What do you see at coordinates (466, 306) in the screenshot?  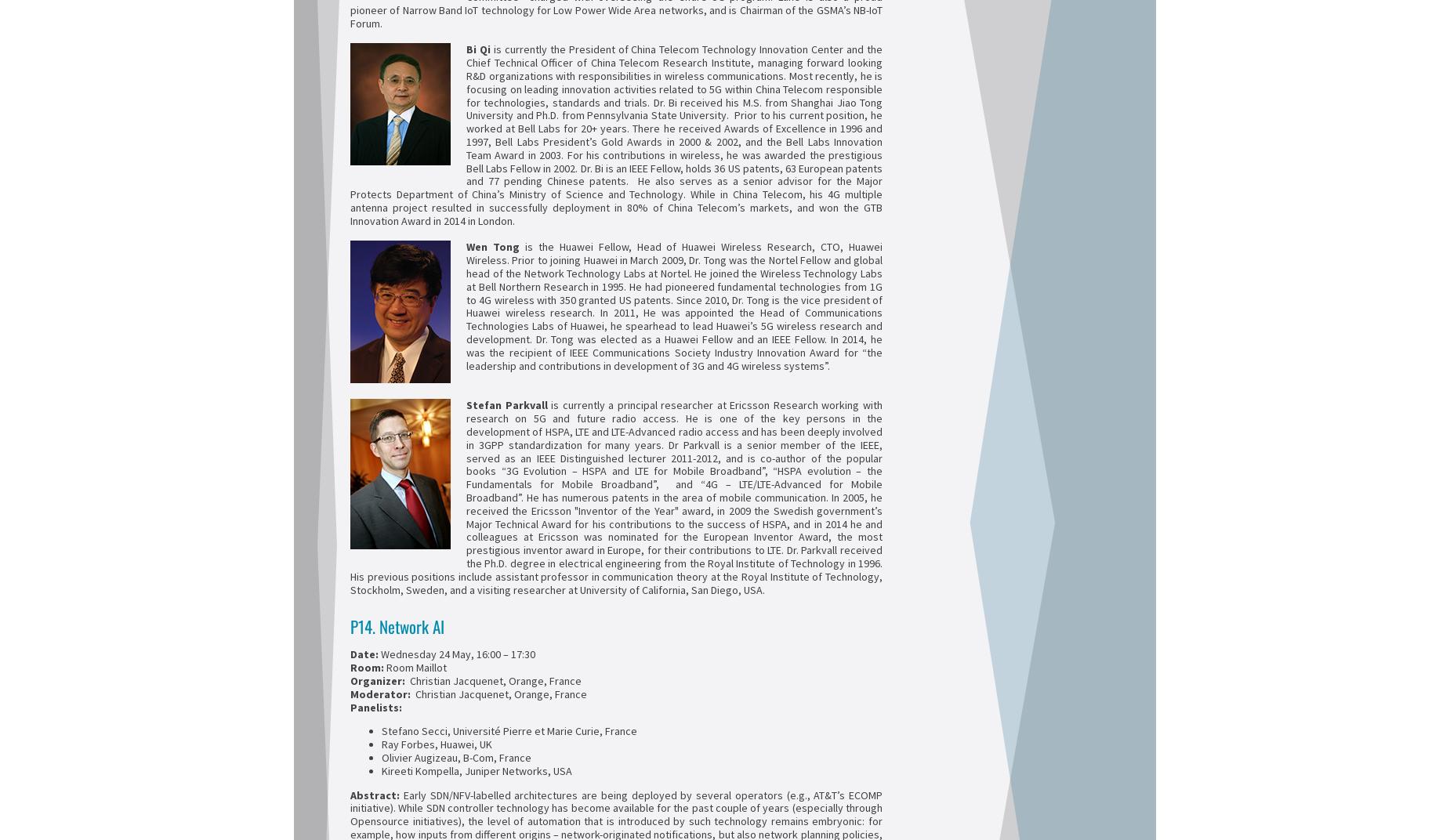 I see `'is the Huawei Fellow, Head of Huawei Wireless Research, CTO, Huawei Wireless. Prior to joining Huawei in March 2009, Dr. Tong was the Nortel Fellow and global head of the Network Technology Labs at Nortel. He joined the Wireless Technology Labs at Bell Northern Research in 1995. He had pioneered fundamental technologies from 1G to 4G wireless with 350 granted US patents. Since 2010, Dr. Tong is the vice president of Huawei wireless research. In 2011, He was appointed the Head of Communications Technologies Labs of Huawei, he spearhead to lead Huawei’s 5G wireless research and development. Dr. Tong was elected as a Huawei Fellow and an IEEE Fellow. In 2014, he was the recipient of IEEE Communications Society Industry Innovation Award for “the leadership and contributions in development of 3G and 4G wireless systems”.'` at bounding box center [466, 306].